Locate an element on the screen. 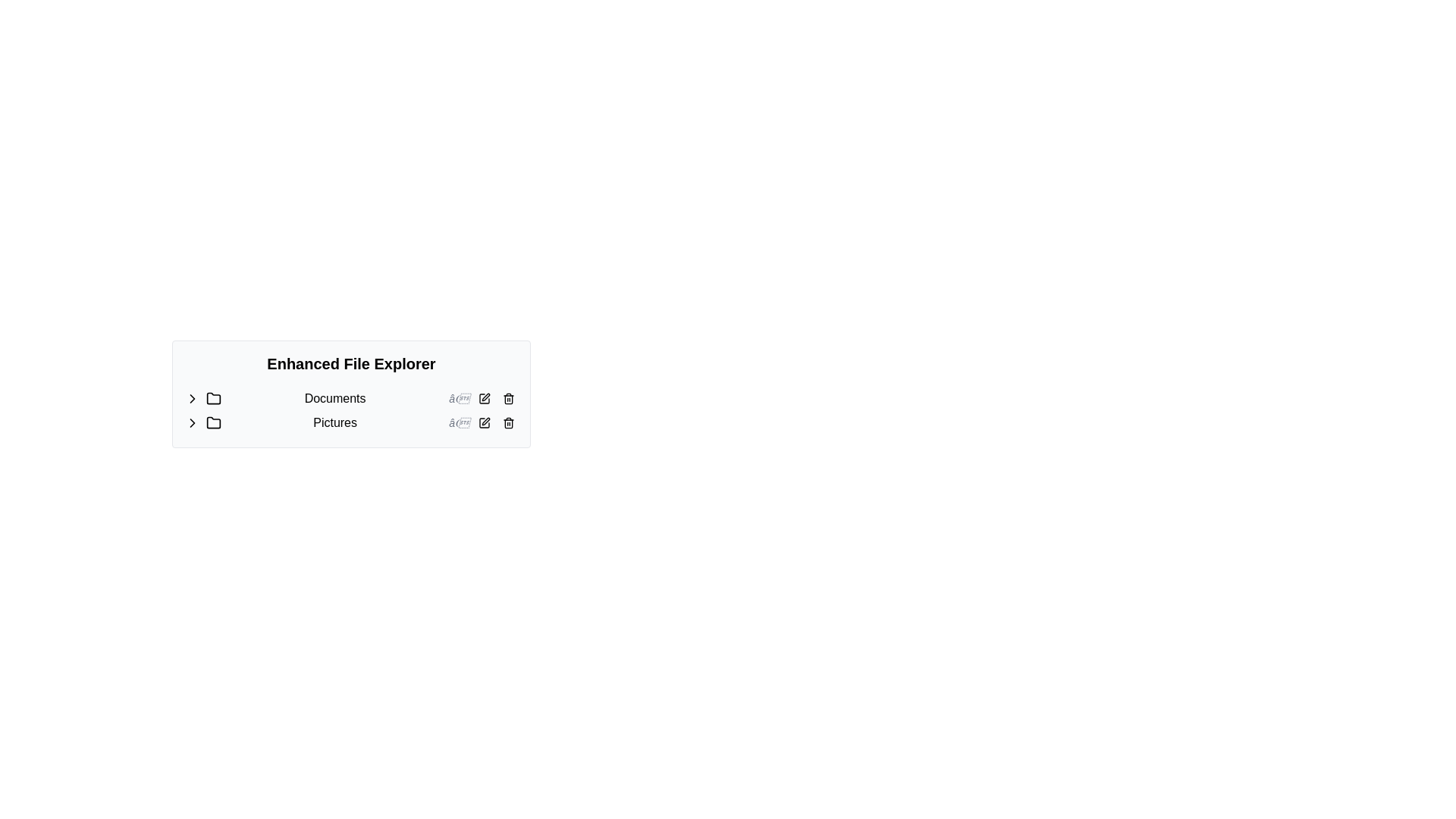 Image resolution: width=1456 pixels, height=819 pixels. the edit icon next to the 'Pictures' folder to initiate an edit action is located at coordinates (486, 421).